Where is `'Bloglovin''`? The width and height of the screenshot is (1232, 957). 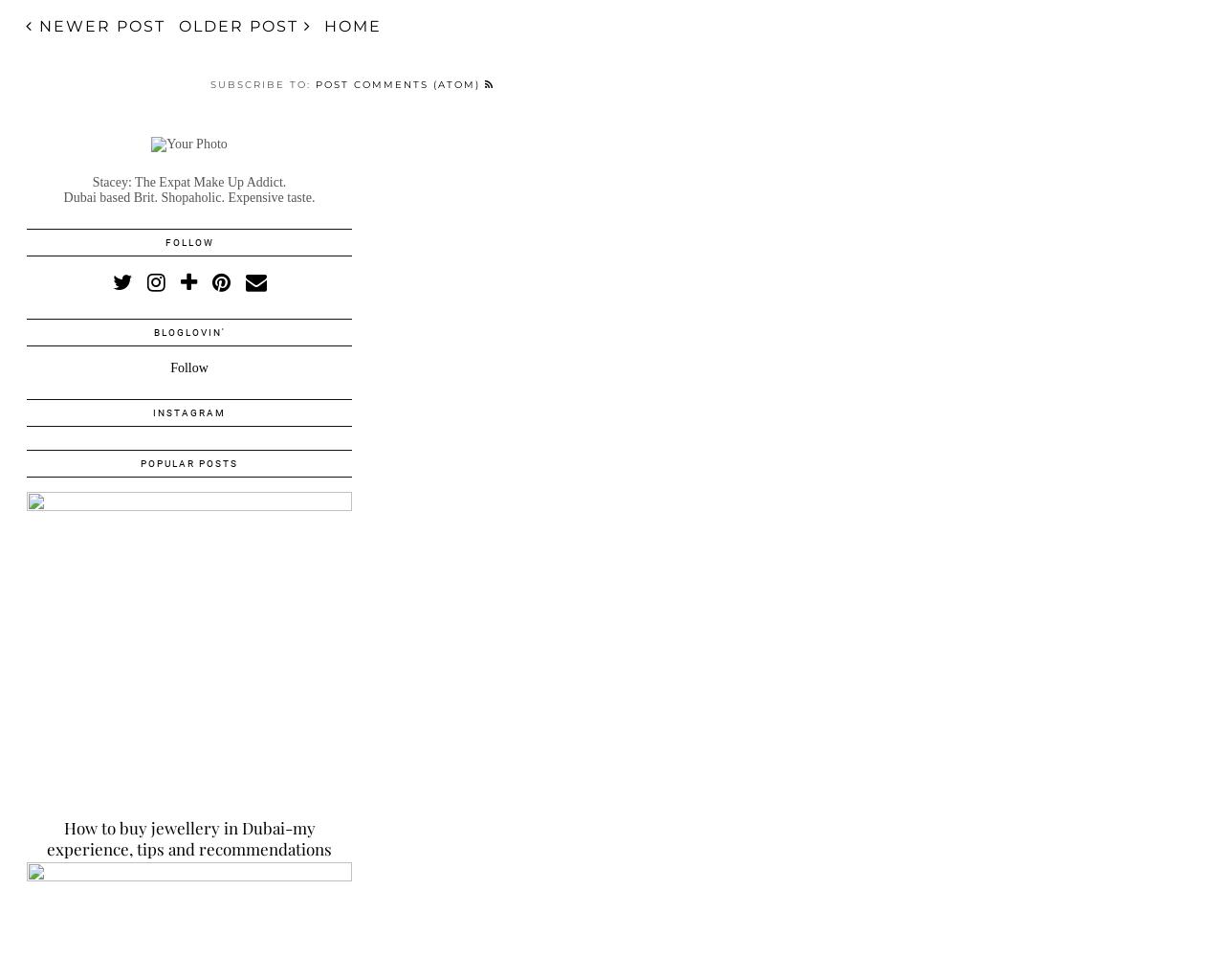 'Bloglovin'' is located at coordinates (188, 331).